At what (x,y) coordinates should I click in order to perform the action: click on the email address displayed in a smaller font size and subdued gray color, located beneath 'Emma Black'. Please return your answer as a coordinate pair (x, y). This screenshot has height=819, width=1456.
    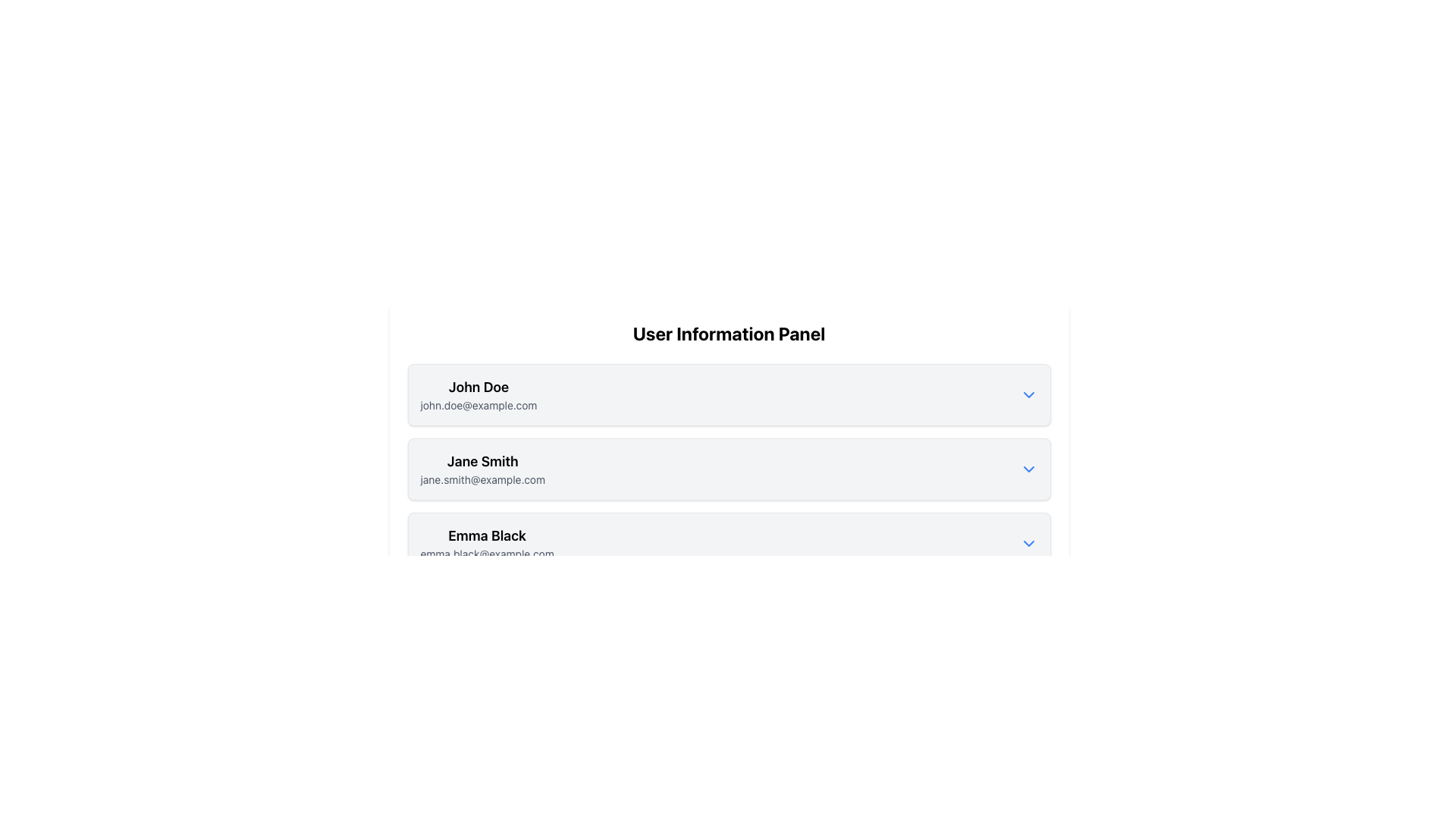
    Looking at the image, I should click on (487, 554).